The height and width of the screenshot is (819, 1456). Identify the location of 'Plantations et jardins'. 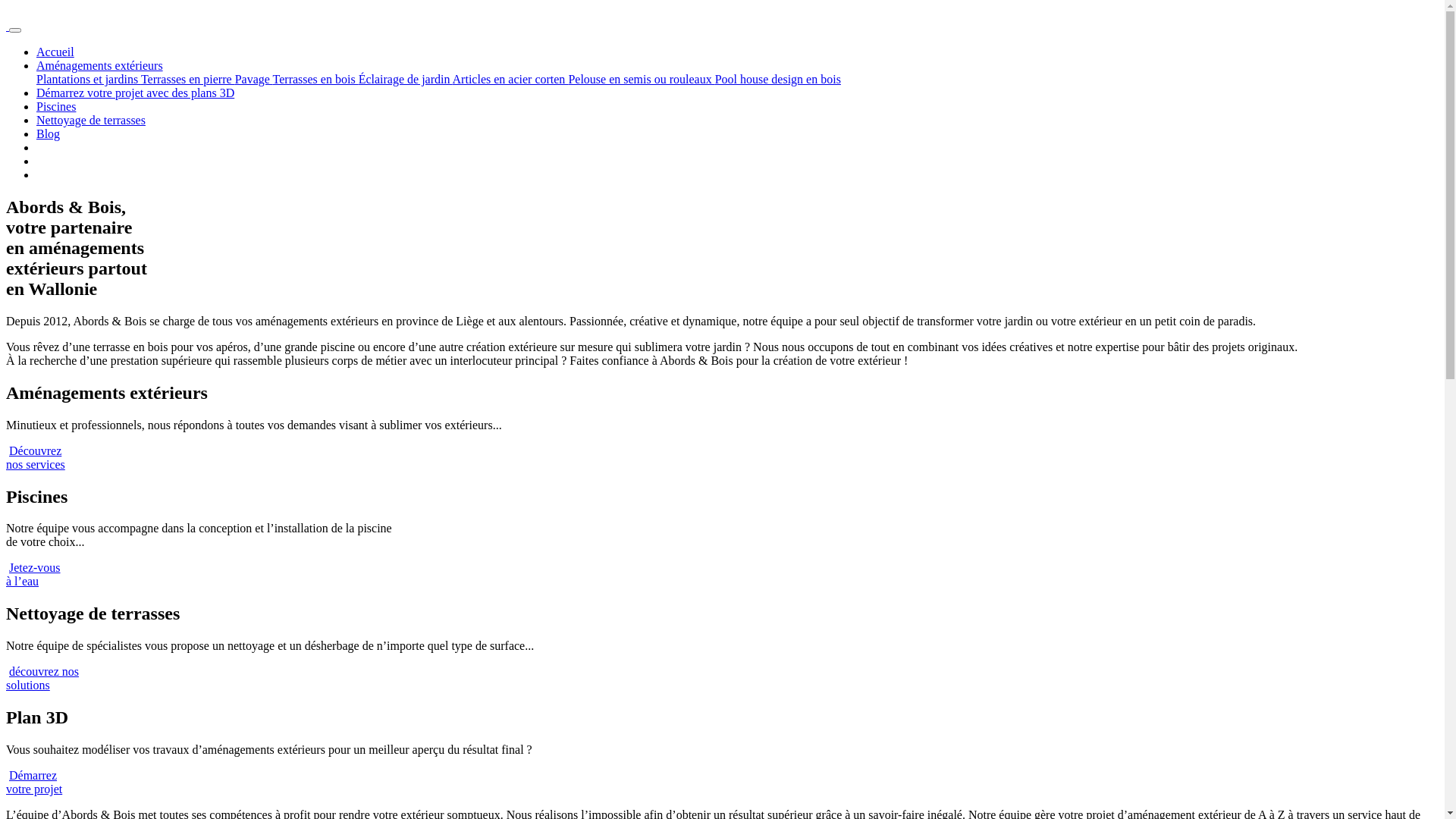
(87, 79).